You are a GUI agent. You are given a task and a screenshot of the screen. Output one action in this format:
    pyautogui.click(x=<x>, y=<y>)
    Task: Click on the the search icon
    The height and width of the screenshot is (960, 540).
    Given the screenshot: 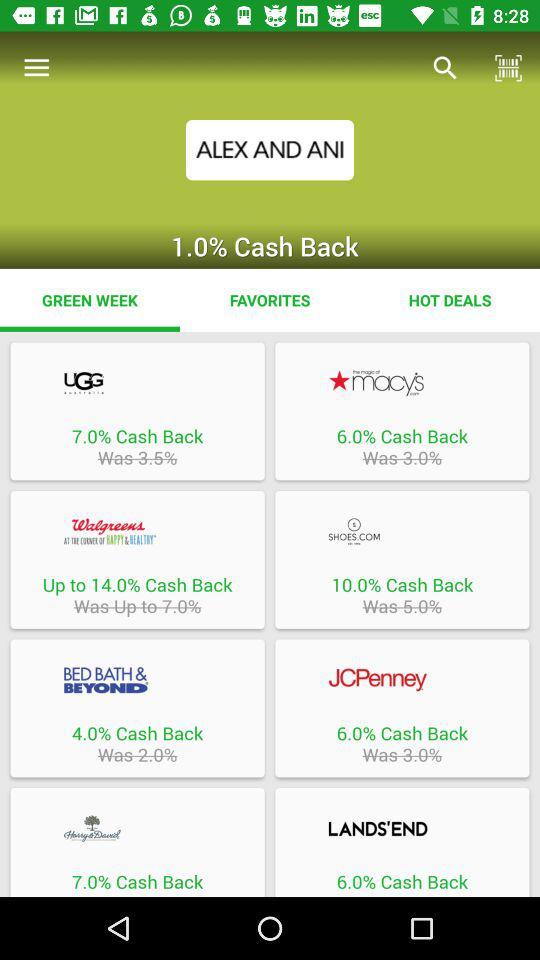 What is the action you would take?
    pyautogui.click(x=445, y=68)
    